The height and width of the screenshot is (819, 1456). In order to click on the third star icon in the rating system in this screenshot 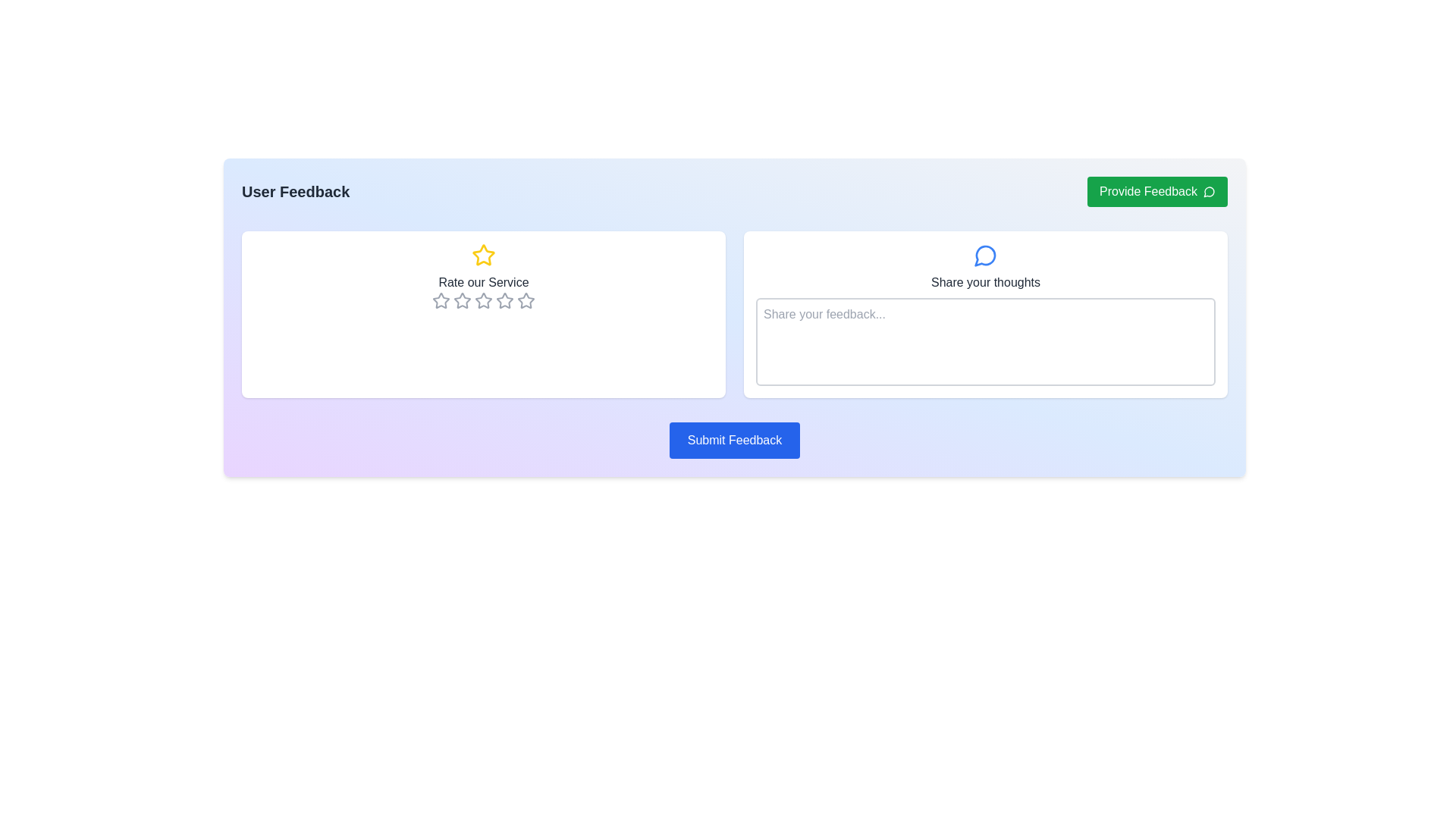, I will do `click(461, 301)`.